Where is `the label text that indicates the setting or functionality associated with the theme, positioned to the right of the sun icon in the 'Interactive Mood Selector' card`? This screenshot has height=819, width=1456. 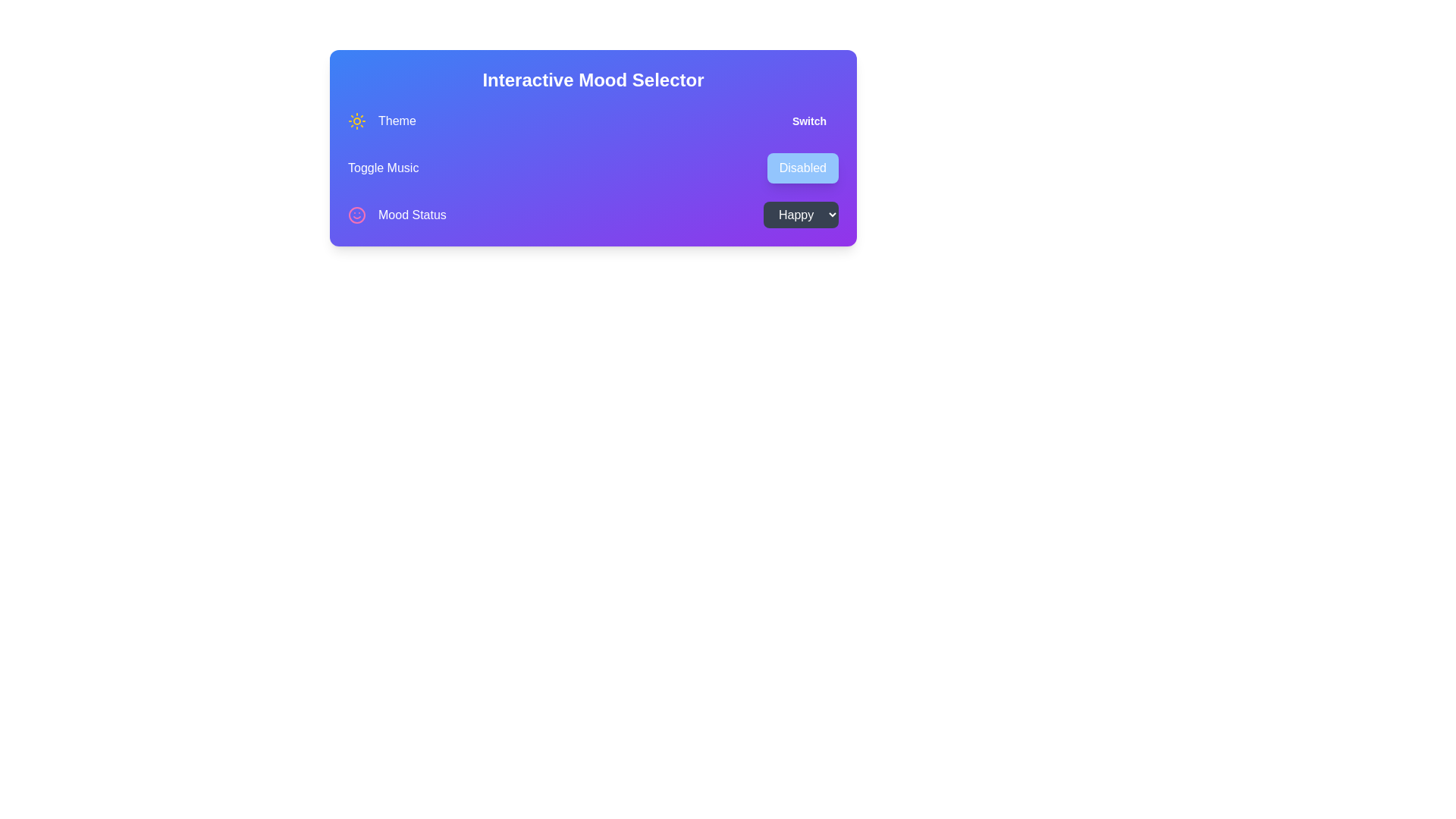
the label text that indicates the setting or functionality associated with the theme, positioned to the right of the sun icon in the 'Interactive Mood Selector' card is located at coordinates (397, 120).